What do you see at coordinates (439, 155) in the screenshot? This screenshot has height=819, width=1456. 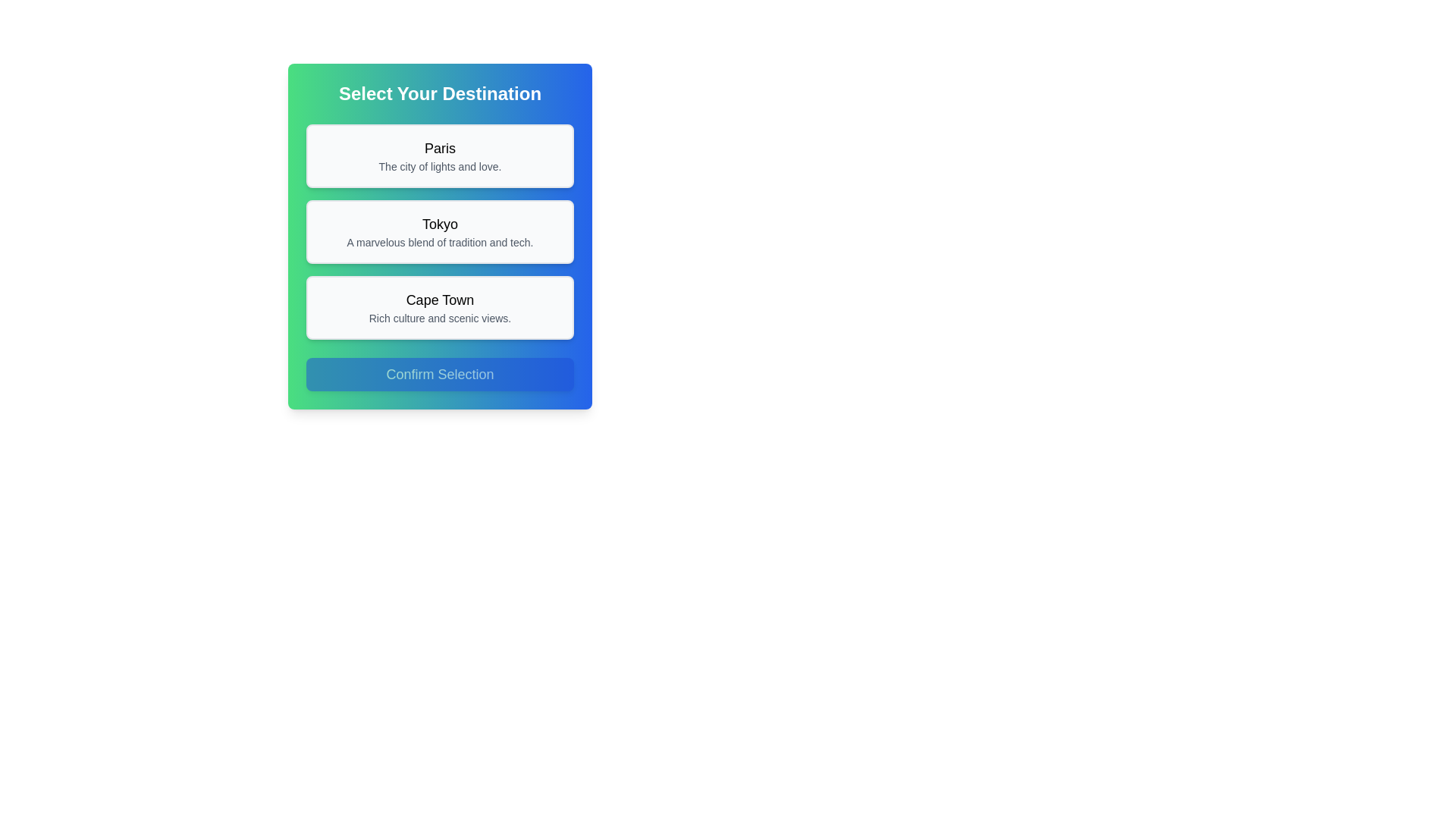 I see `the Information card labeled 'Paris', which is the first card in a vertical list of three` at bounding box center [439, 155].